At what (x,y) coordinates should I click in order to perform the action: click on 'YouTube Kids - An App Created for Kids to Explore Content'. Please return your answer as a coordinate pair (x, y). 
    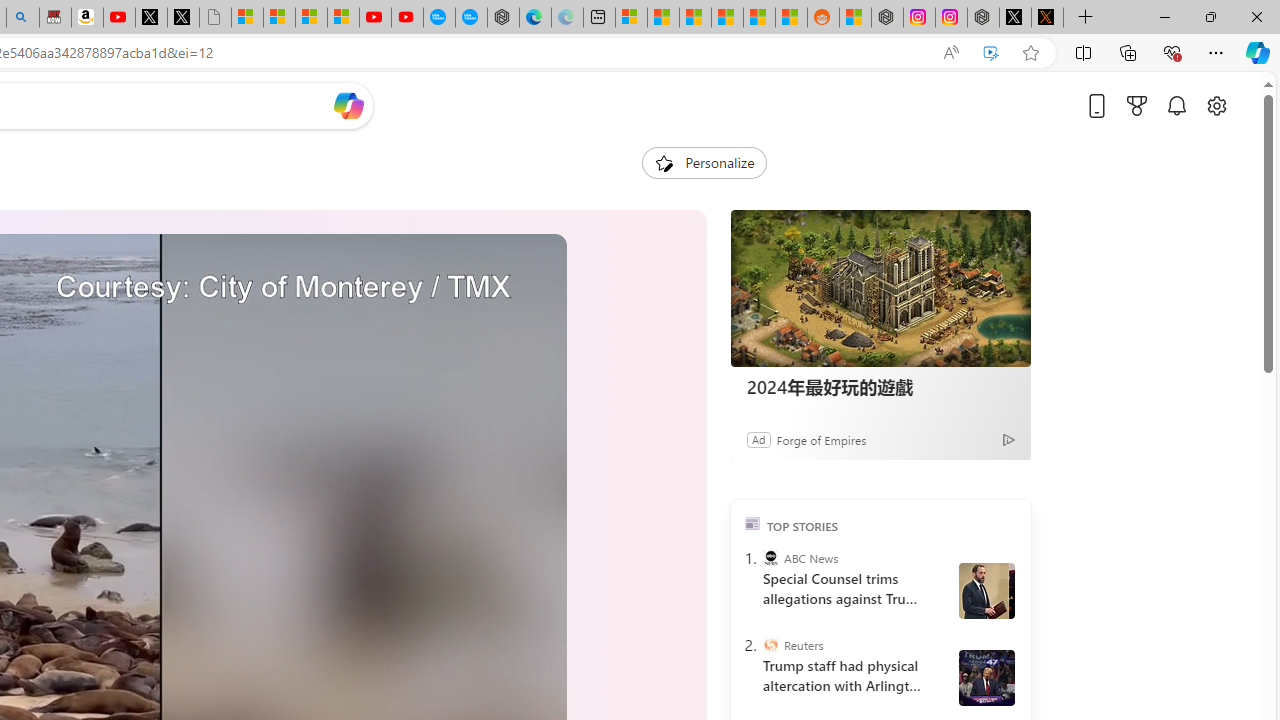
    Looking at the image, I should click on (406, 17).